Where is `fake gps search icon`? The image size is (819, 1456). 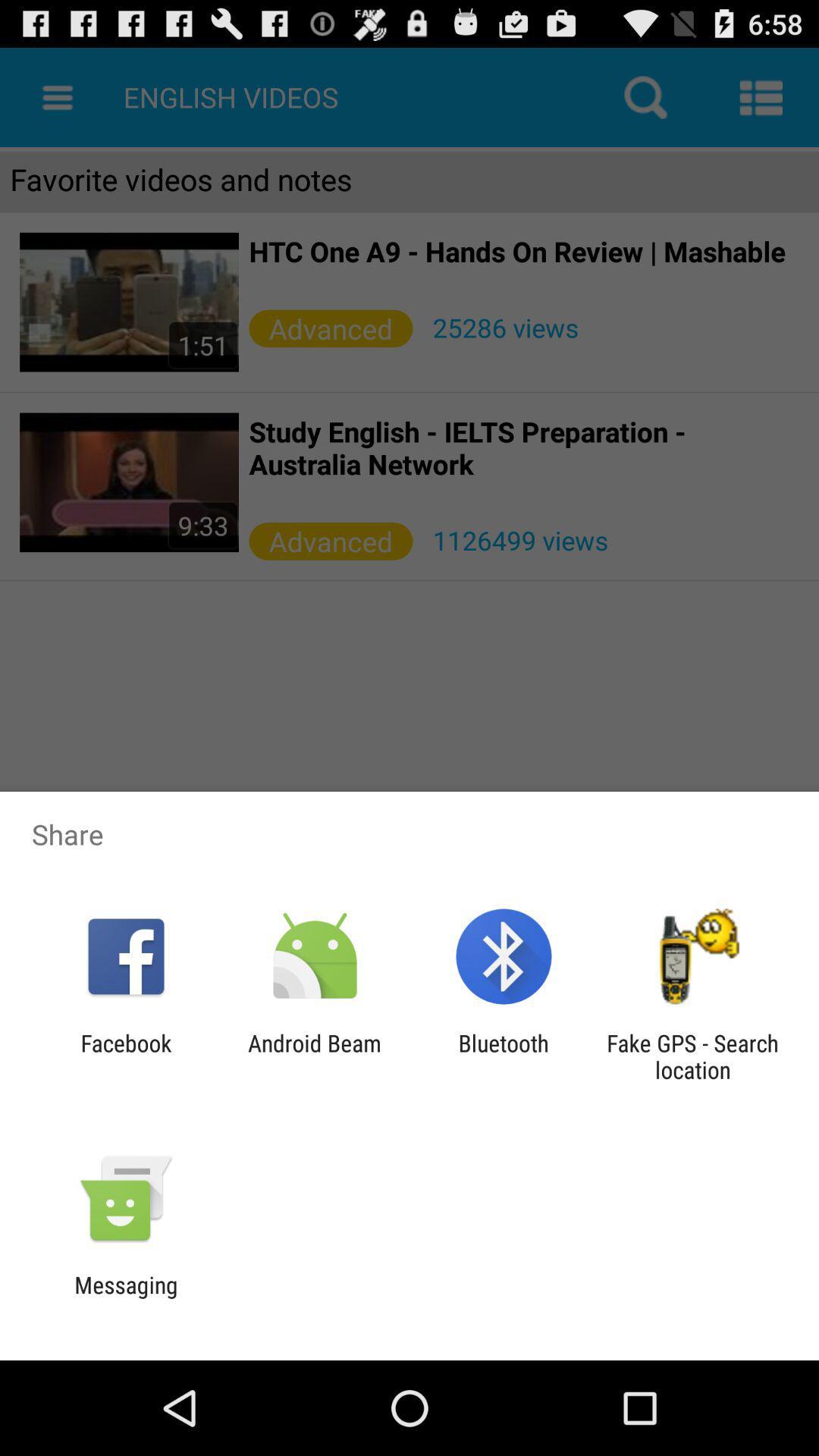 fake gps search icon is located at coordinates (692, 1056).